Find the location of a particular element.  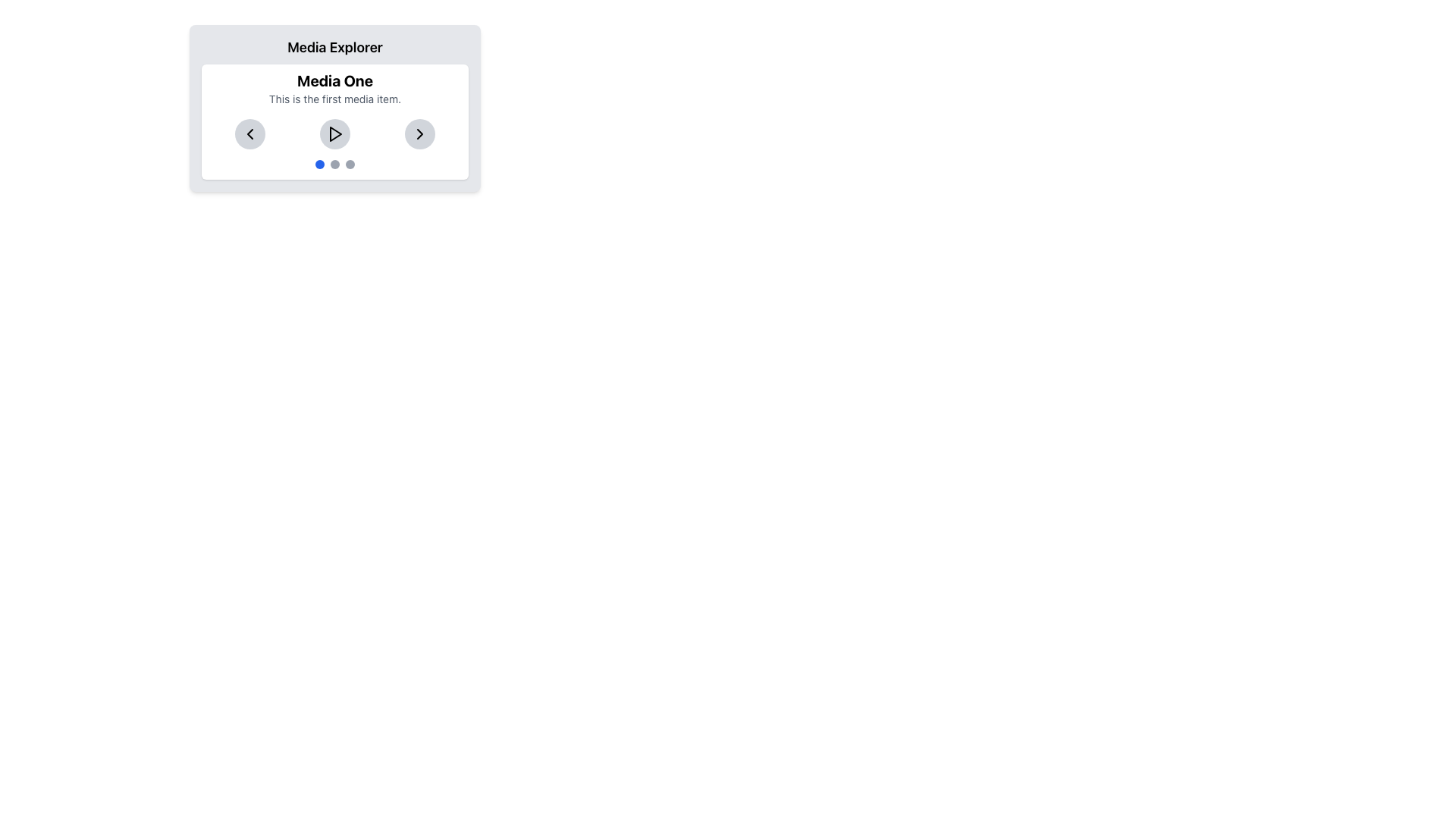

the third Navigation Indicator Dot, which is a small circular dot with a gray background is located at coordinates (349, 164).